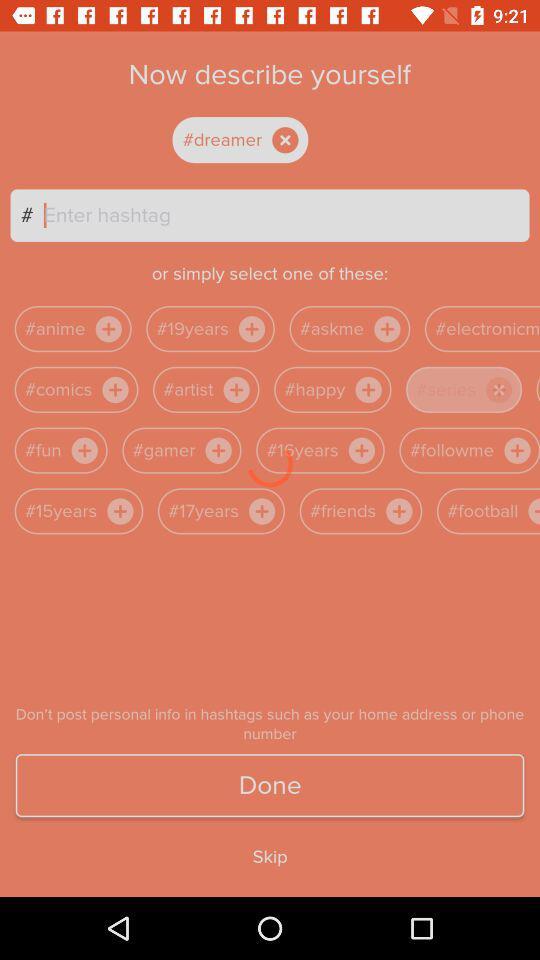  What do you see at coordinates (285, 215) in the screenshot?
I see `hashtag to describe yourself` at bounding box center [285, 215].